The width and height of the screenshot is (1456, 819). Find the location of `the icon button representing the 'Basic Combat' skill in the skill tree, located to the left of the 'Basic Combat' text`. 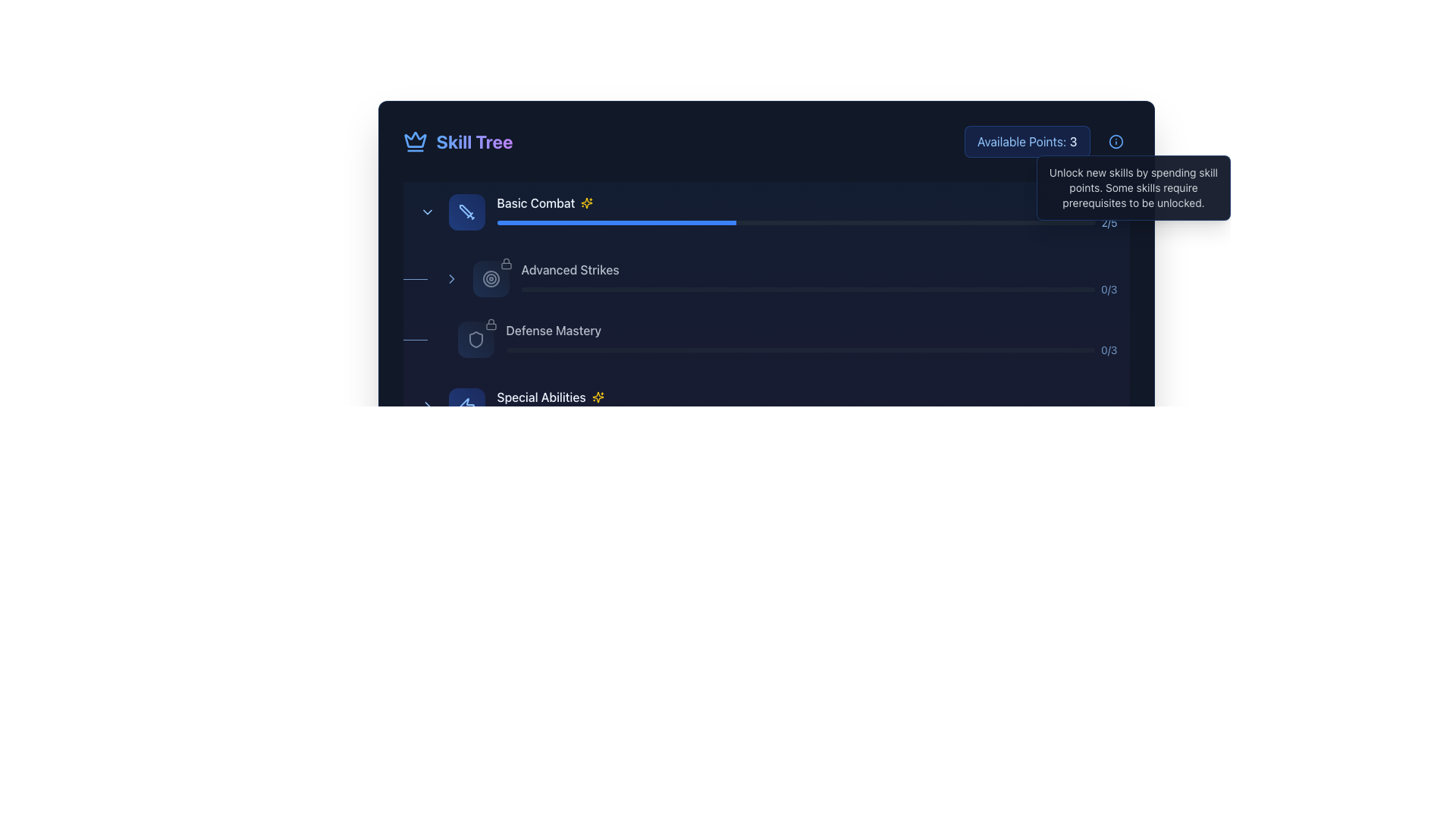

the icon button representing the 'Basic Combat' skill in the skill tree, located to the left of the 'Basic Combat' text is located at coordinates (466, 212).